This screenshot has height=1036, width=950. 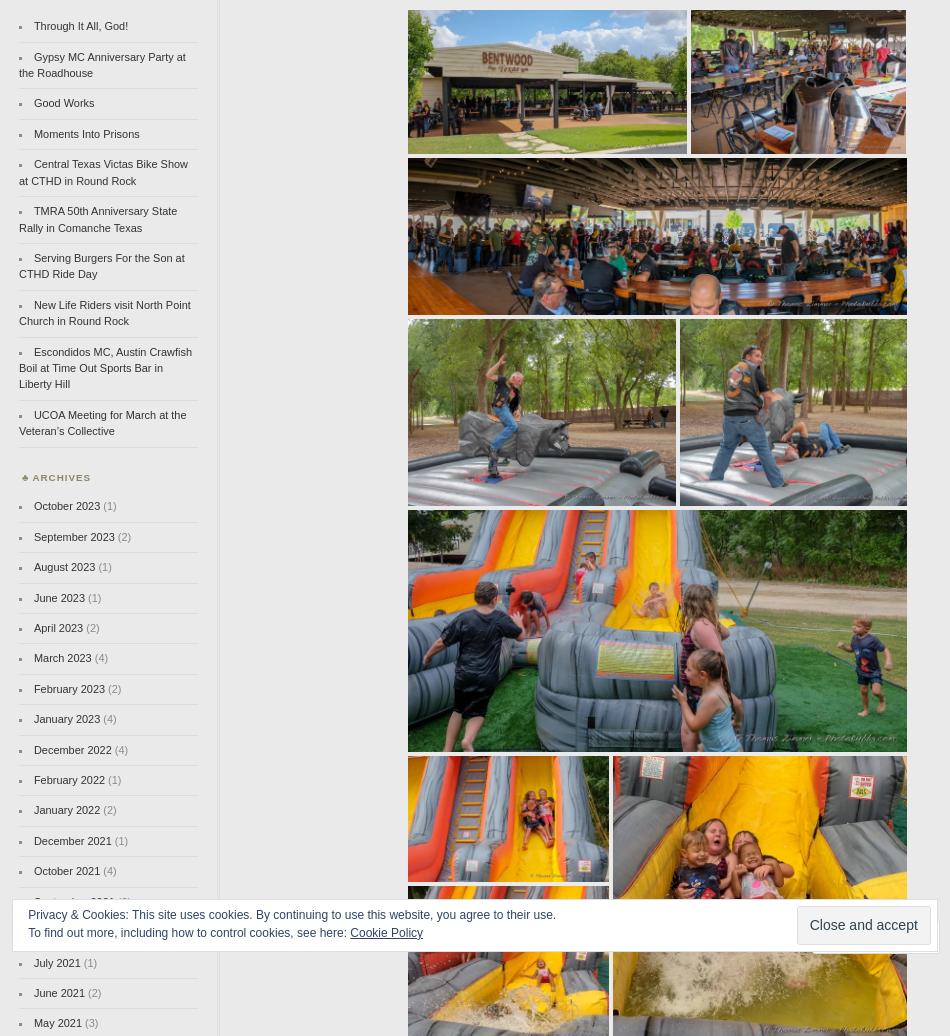 I want to click on 'TMRA 50th Anniversary State Rally in Comanche Texas', so click(x=98, y=219).